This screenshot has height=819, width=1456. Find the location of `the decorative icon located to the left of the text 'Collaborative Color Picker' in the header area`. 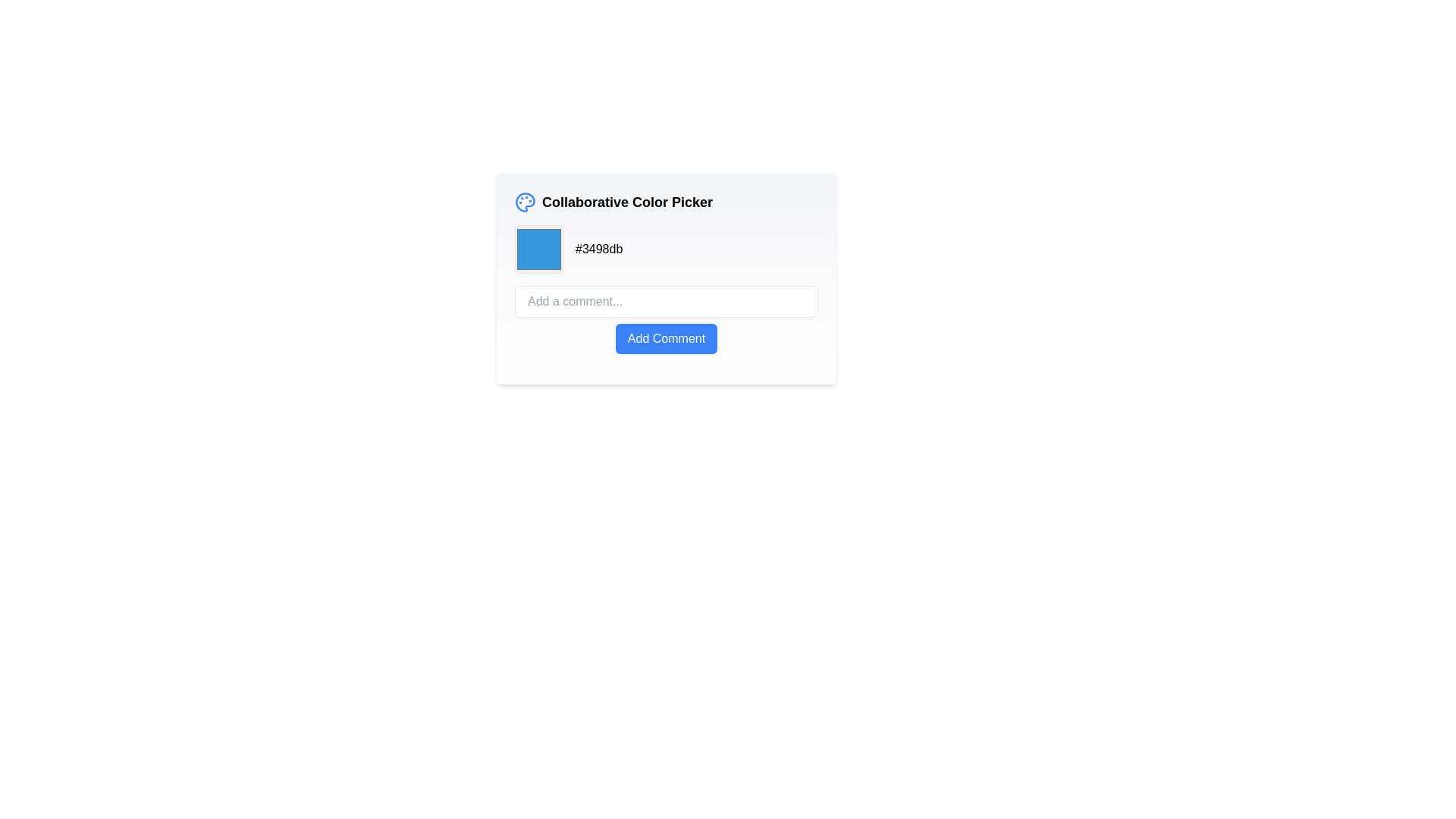

the decorative icon located to the left of the text 'Collaborative Color Picker' in the header area is located at coordinates (525, 201).